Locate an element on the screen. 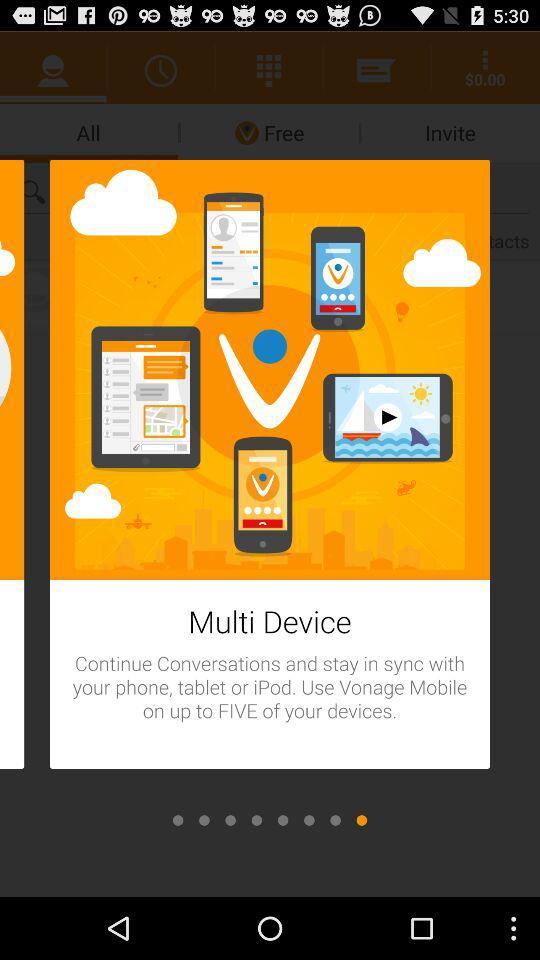 The width and height of the screenshot is (540, 960). scroll to next option is located at coordinates (229, 820).